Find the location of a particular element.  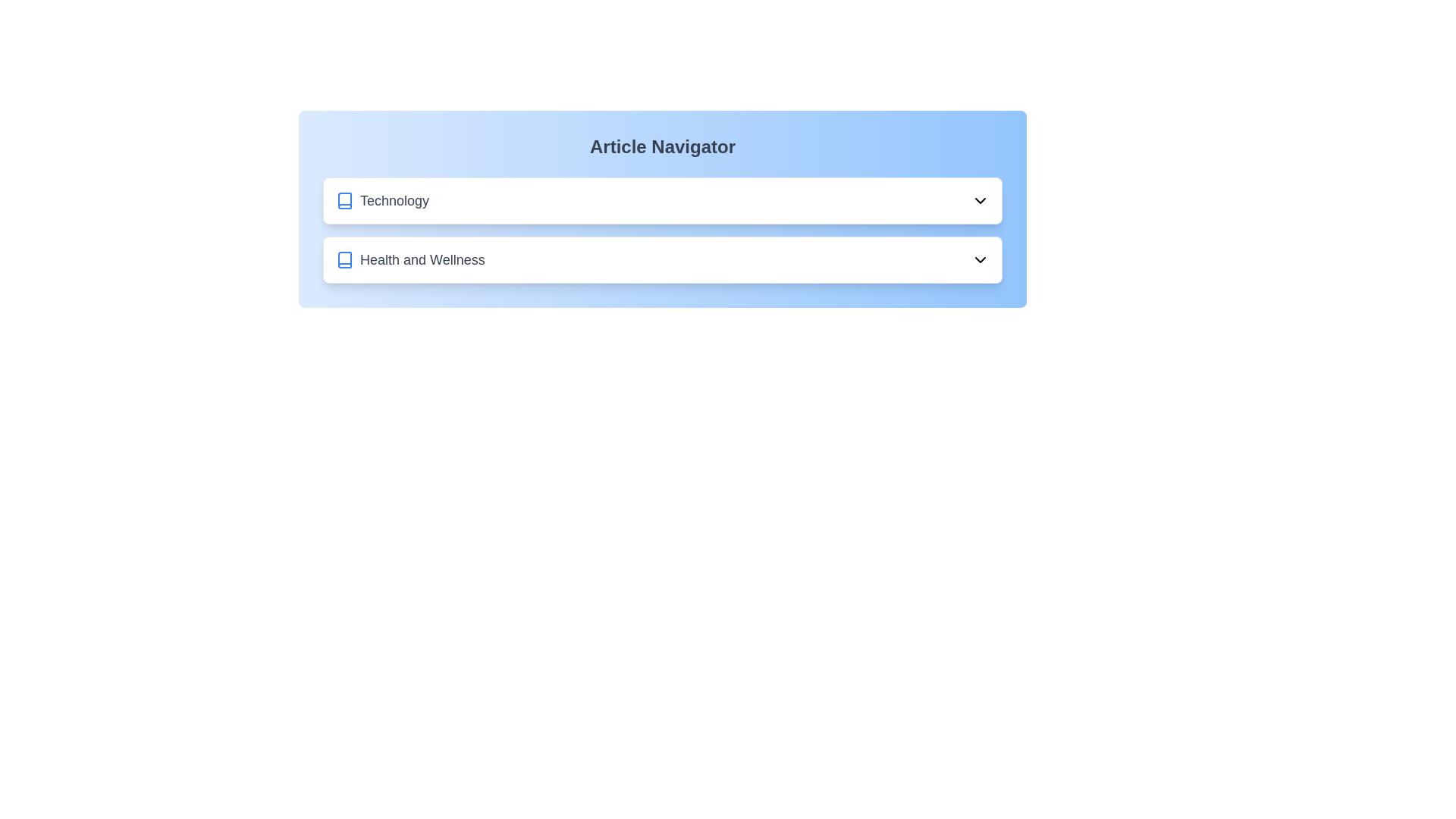

the text label that serves as a descriptor for the second selectable category in the 'Article Navigator', which is positioned to the right of a blue book icon is located at coordinates (422, 259).